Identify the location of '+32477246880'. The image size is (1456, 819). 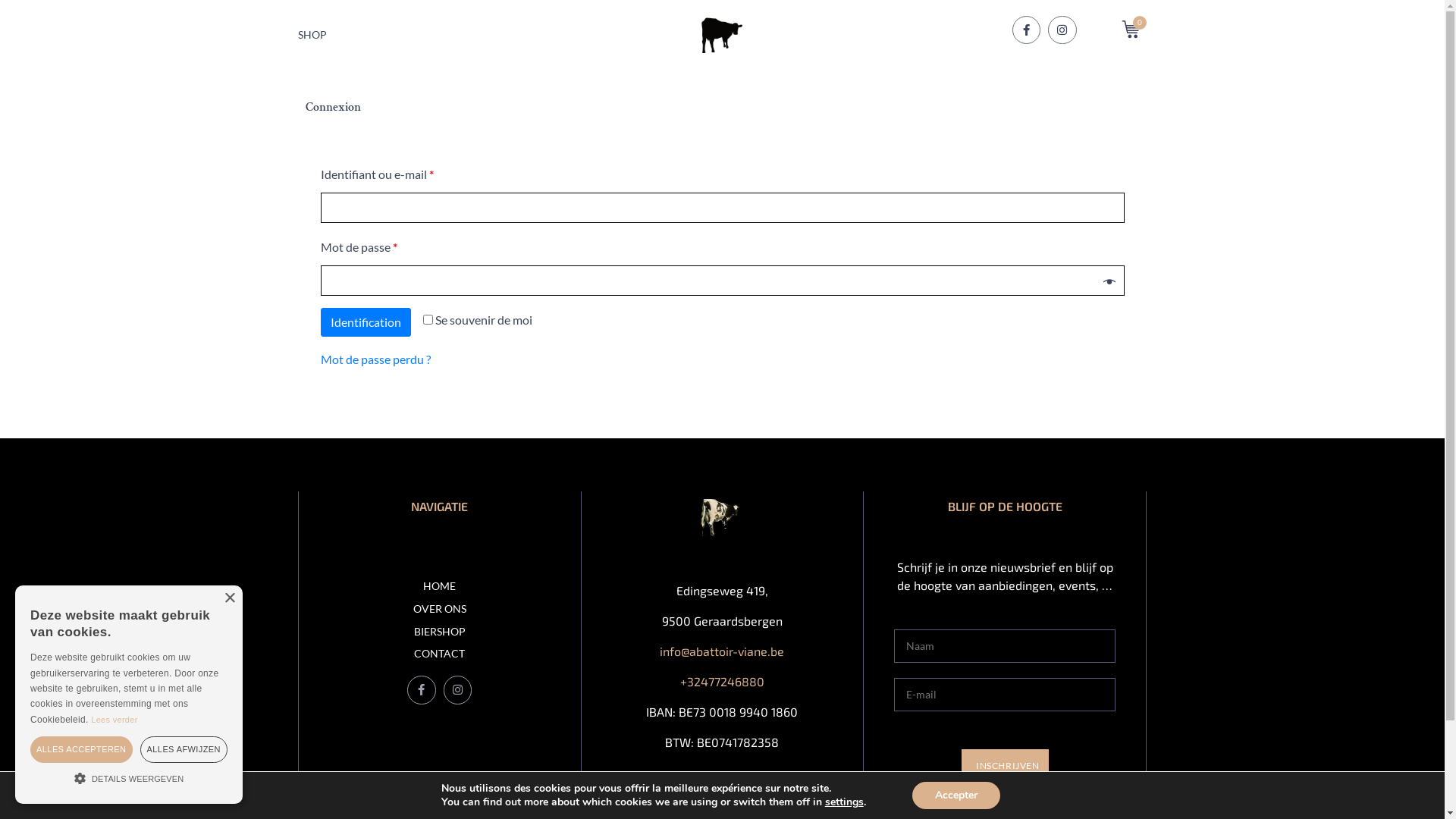
(721, 680).